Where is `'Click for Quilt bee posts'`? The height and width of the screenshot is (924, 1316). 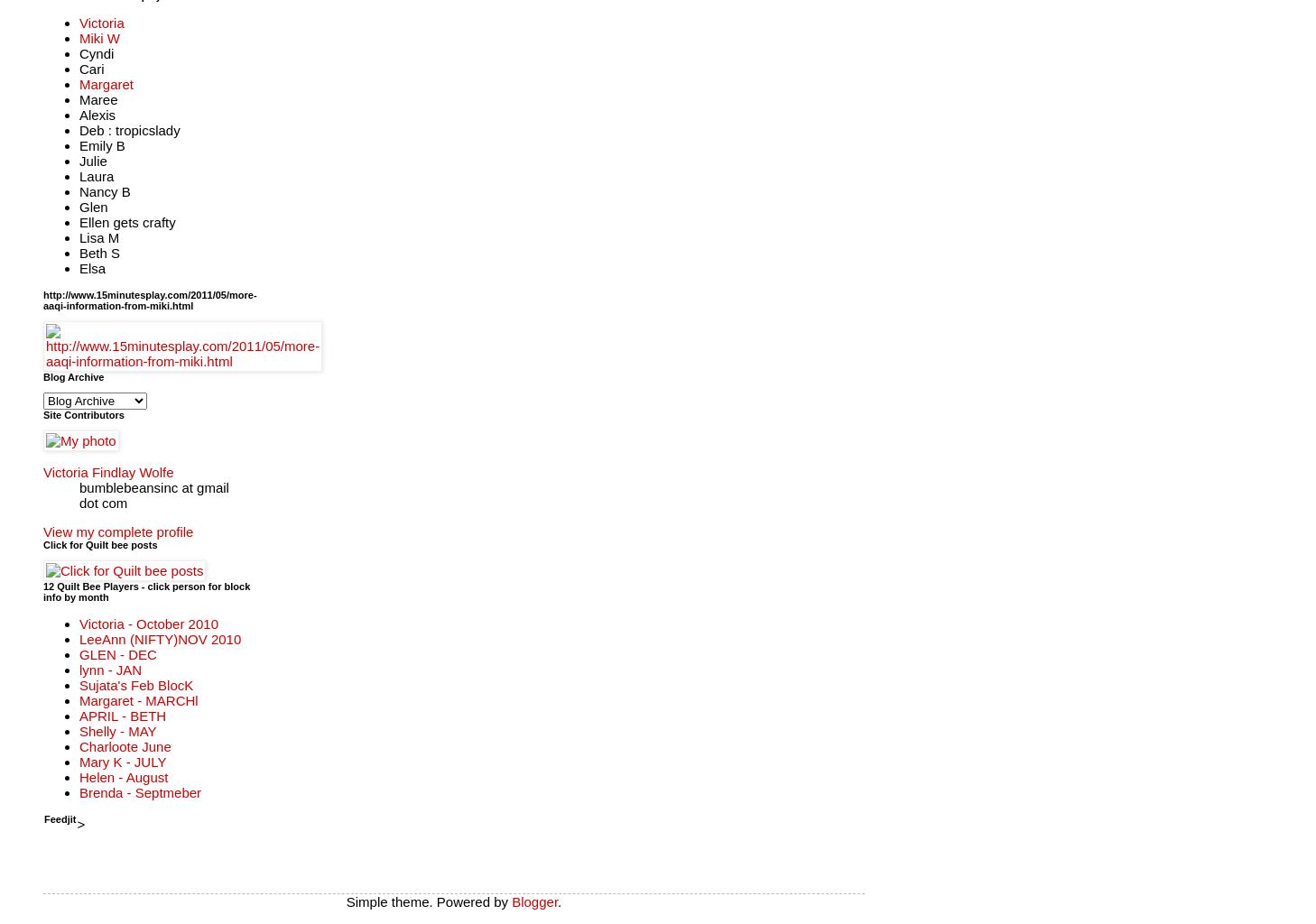 'Click for Quilt bee posts' is located at coordinates (98, 544).